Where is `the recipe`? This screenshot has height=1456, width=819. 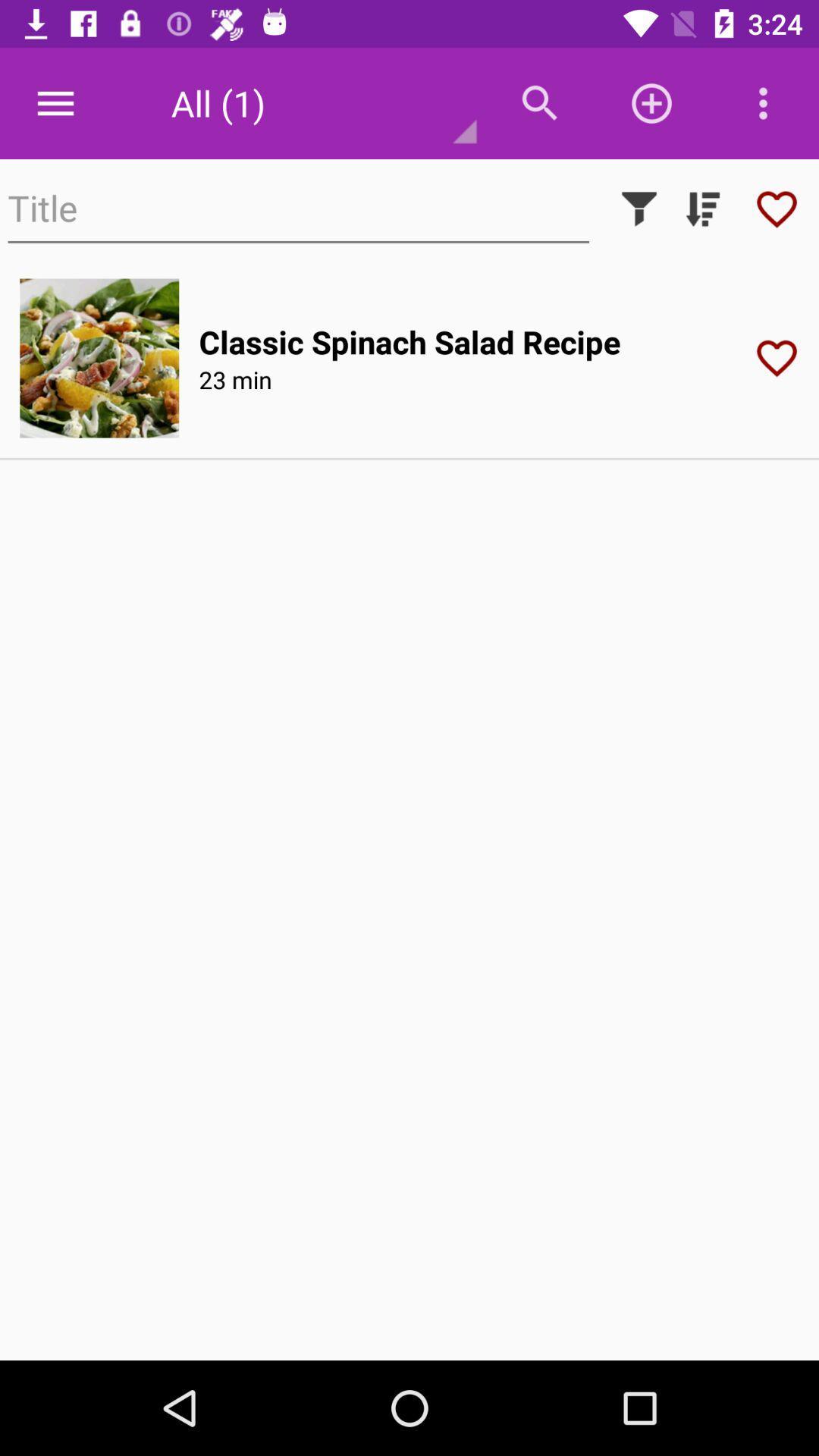 the recipe is located at coordinates (782, 357).